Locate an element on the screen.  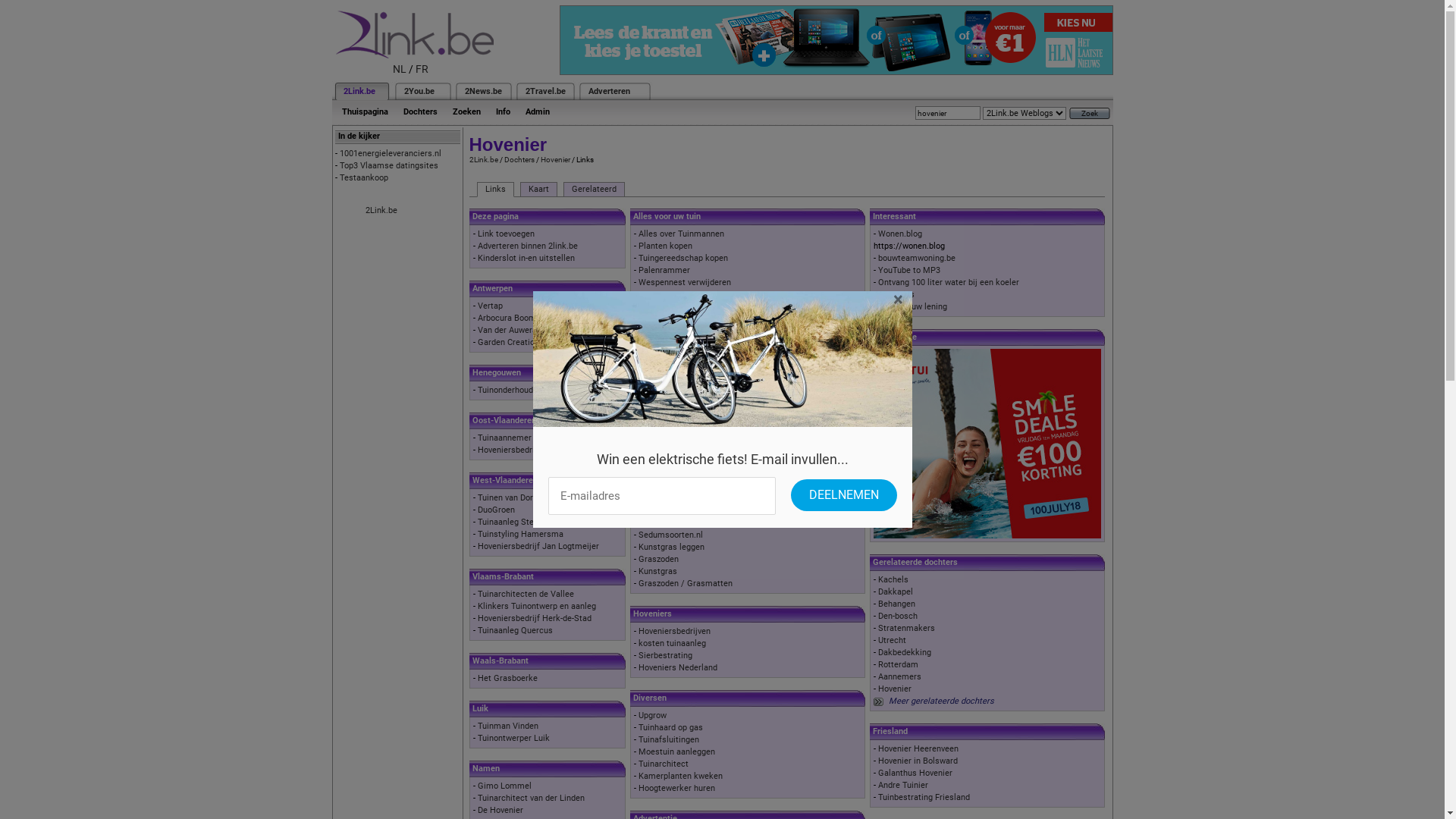
'Stratenmakers' is located at coordinates (906, 628).